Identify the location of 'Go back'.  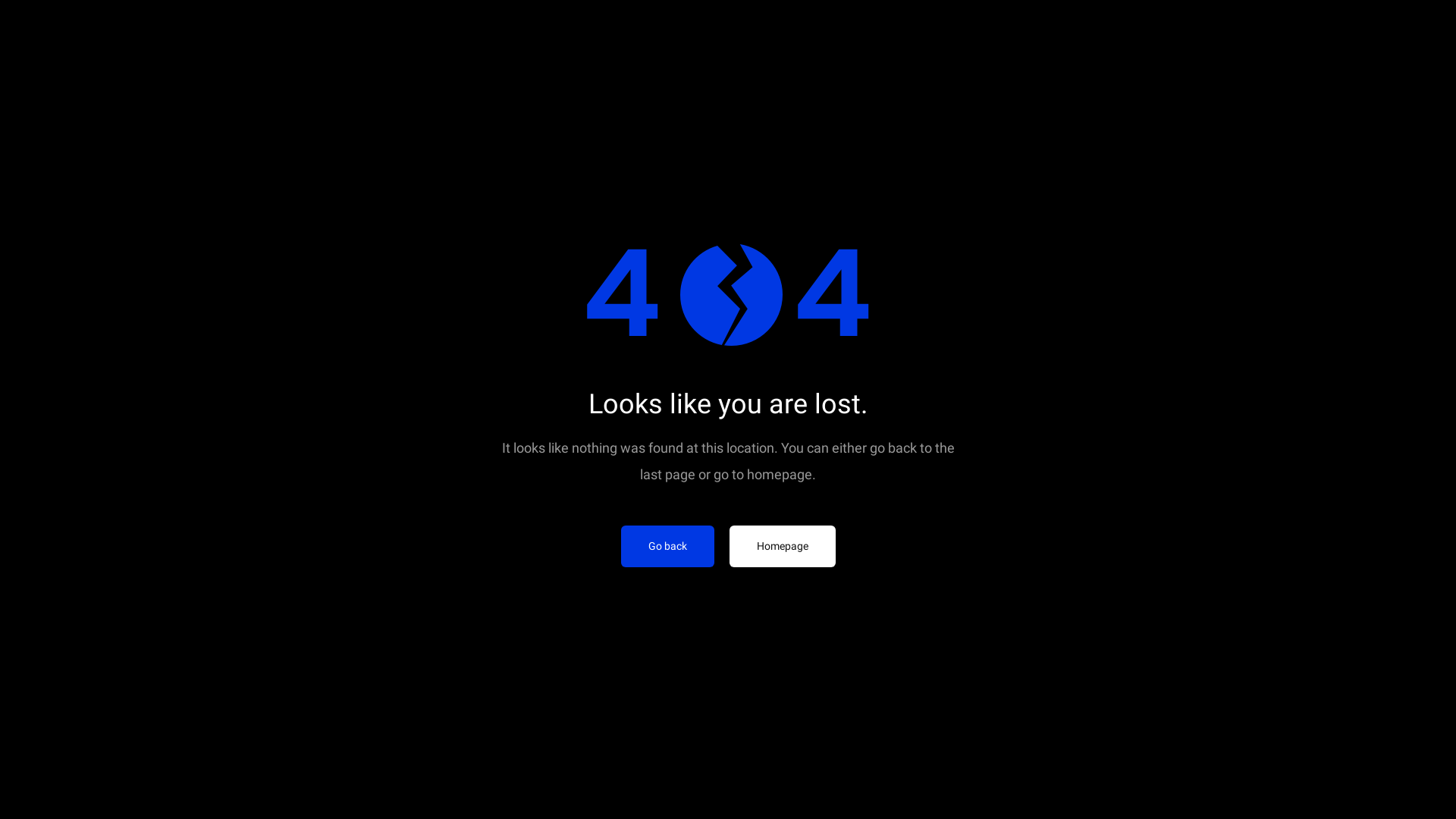
(667, 546).